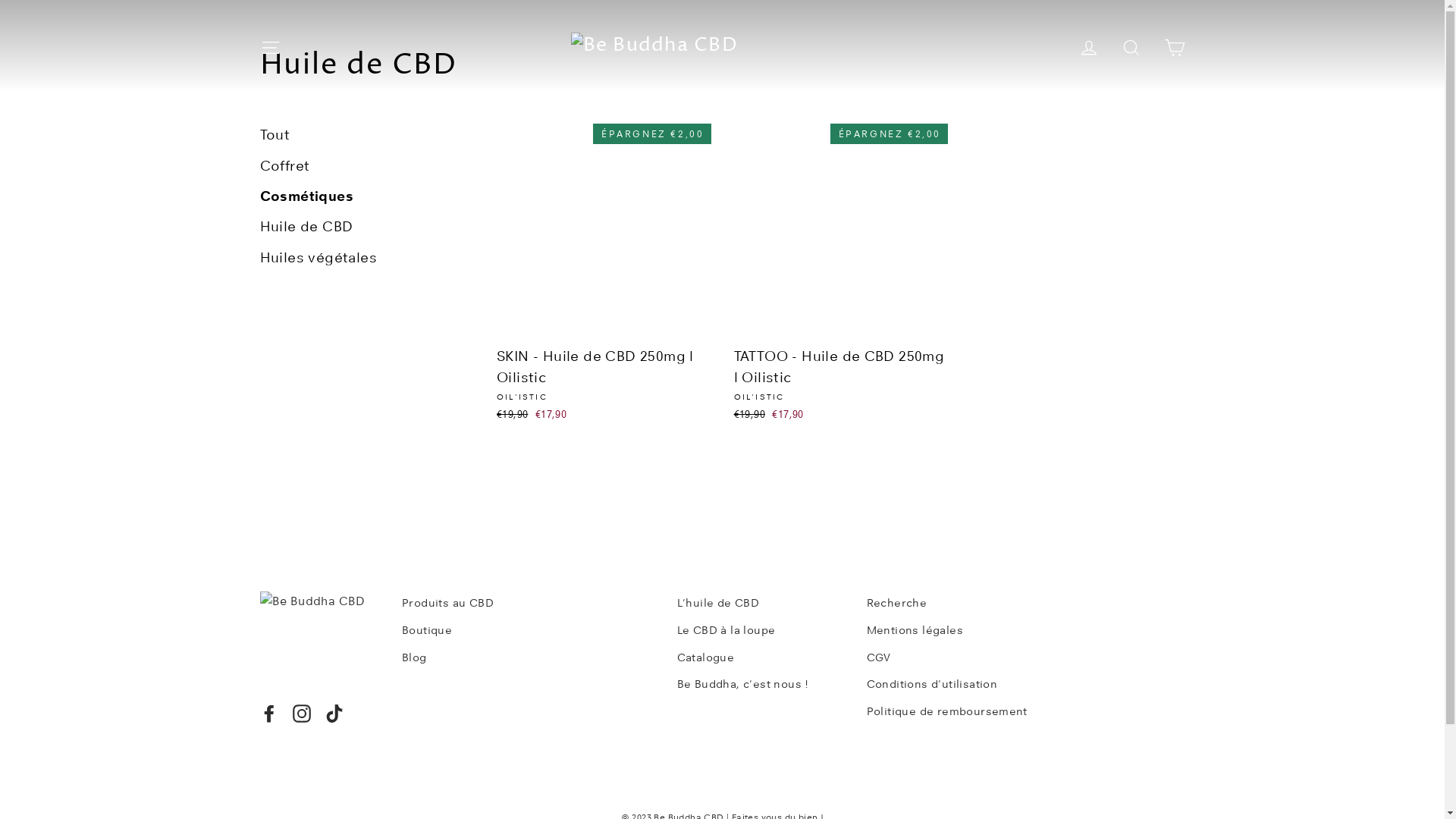 This screenshot has height=819, width=1456. Describe the element at coordinates (1131, 45) in the screenshot. I see `'Rechercher'` at that location.